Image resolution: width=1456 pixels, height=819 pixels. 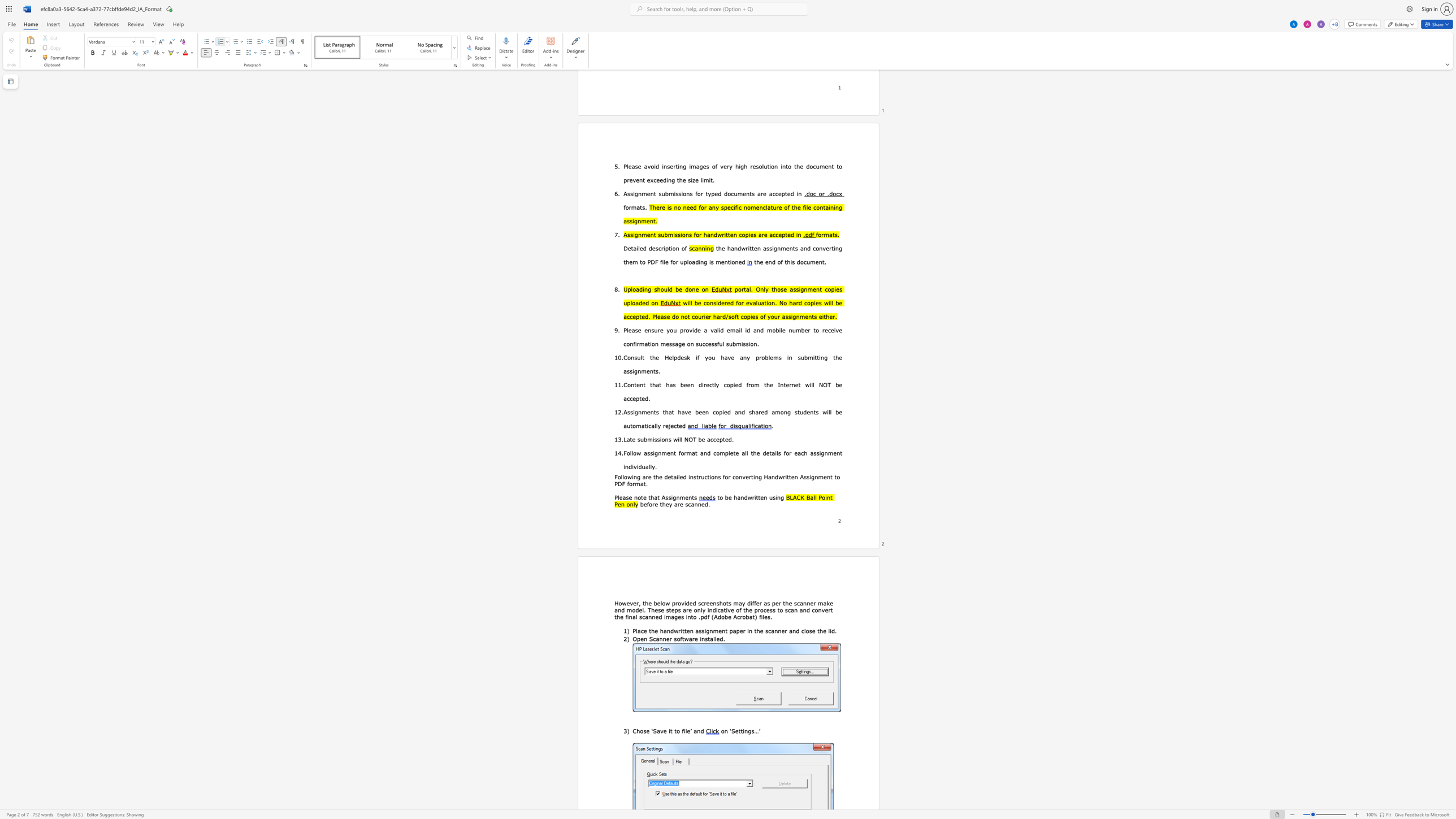 What do you see at coordinates (740, 731) in the screenshot?
I see `the space between the continuous character "t" and "t" in the text` at bounding box center [740, 731].